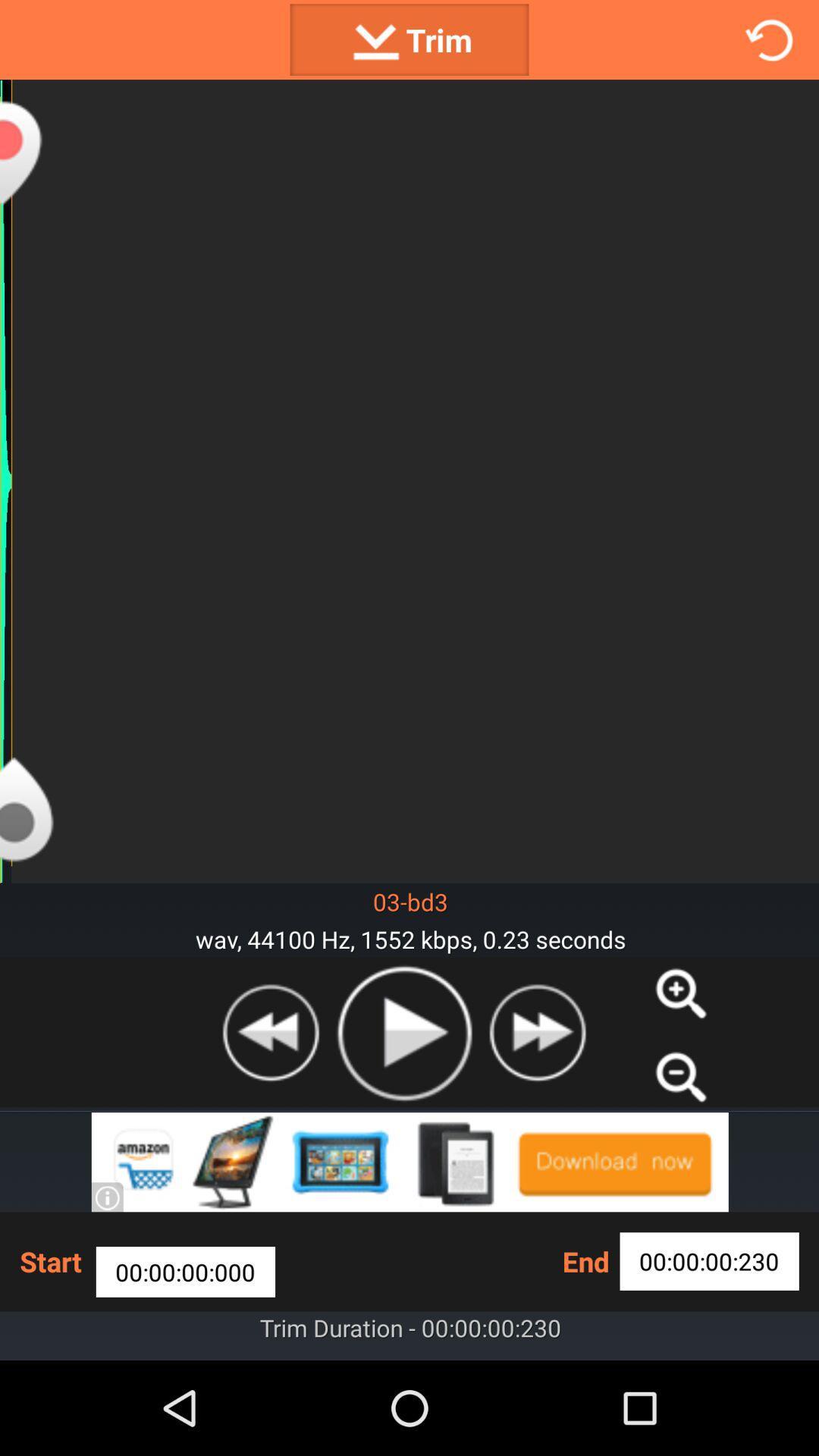 This screenshot has height=1456, width=819. Describe the element at coordinates (769, 39) in the screenshot. I see `reload option` at that location.